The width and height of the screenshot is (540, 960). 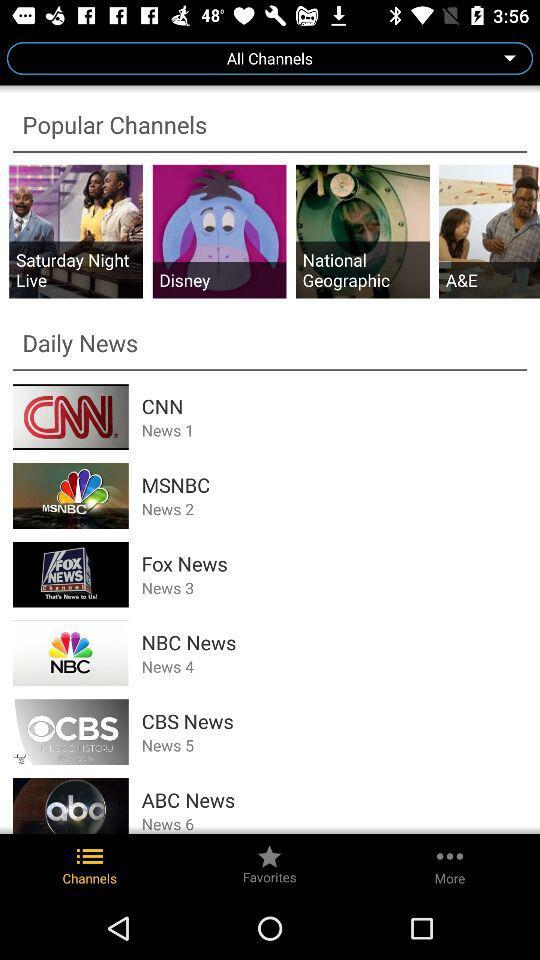 I want to click on the icon above news 1 item, so click(x=334, y=405).